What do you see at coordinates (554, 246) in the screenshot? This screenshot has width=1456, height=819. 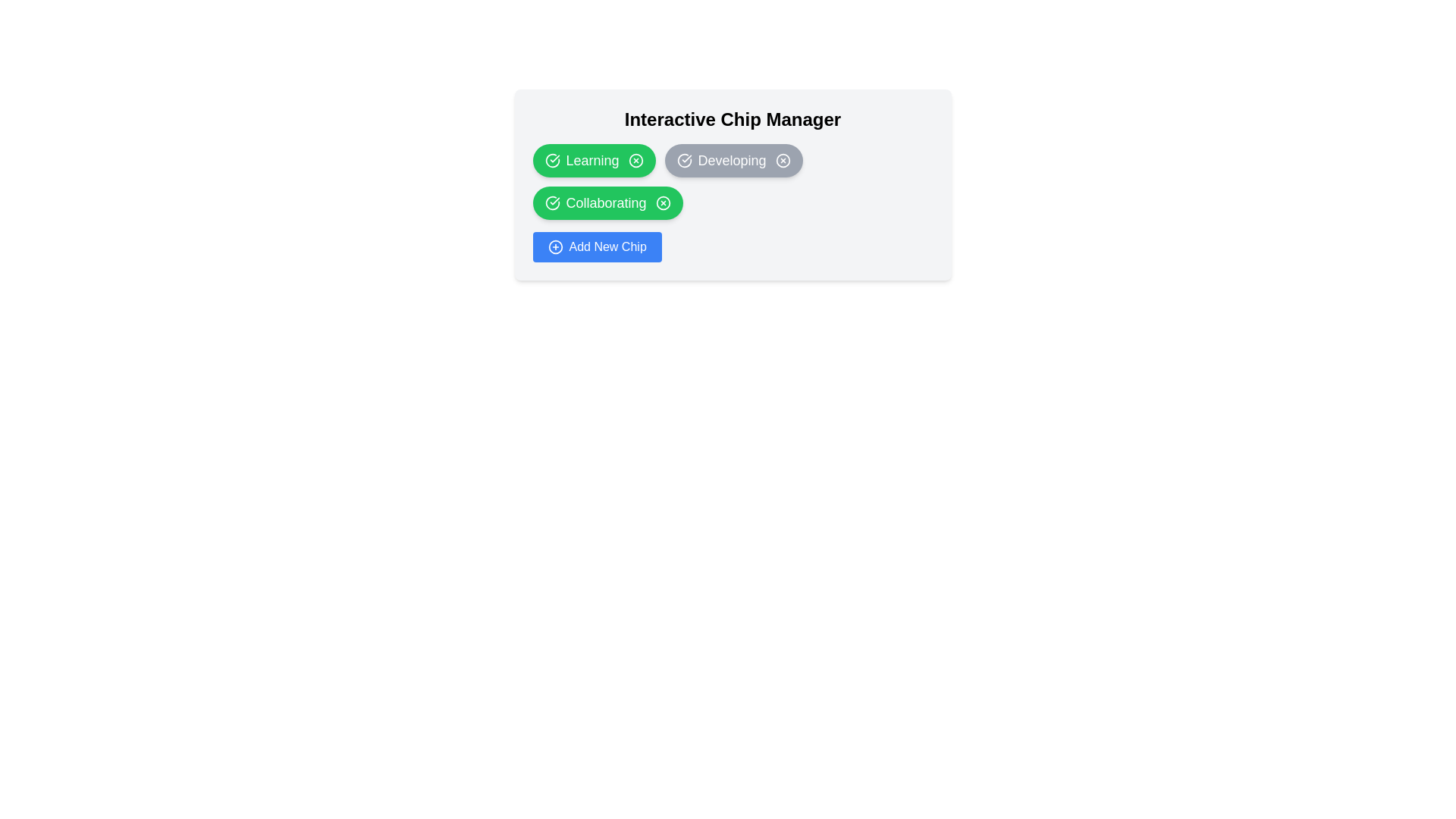 I see `the circular '+' icon within the 'Add New Chip' button located at the bottom-left corner of the chip area` at bounding box center [554, 246].